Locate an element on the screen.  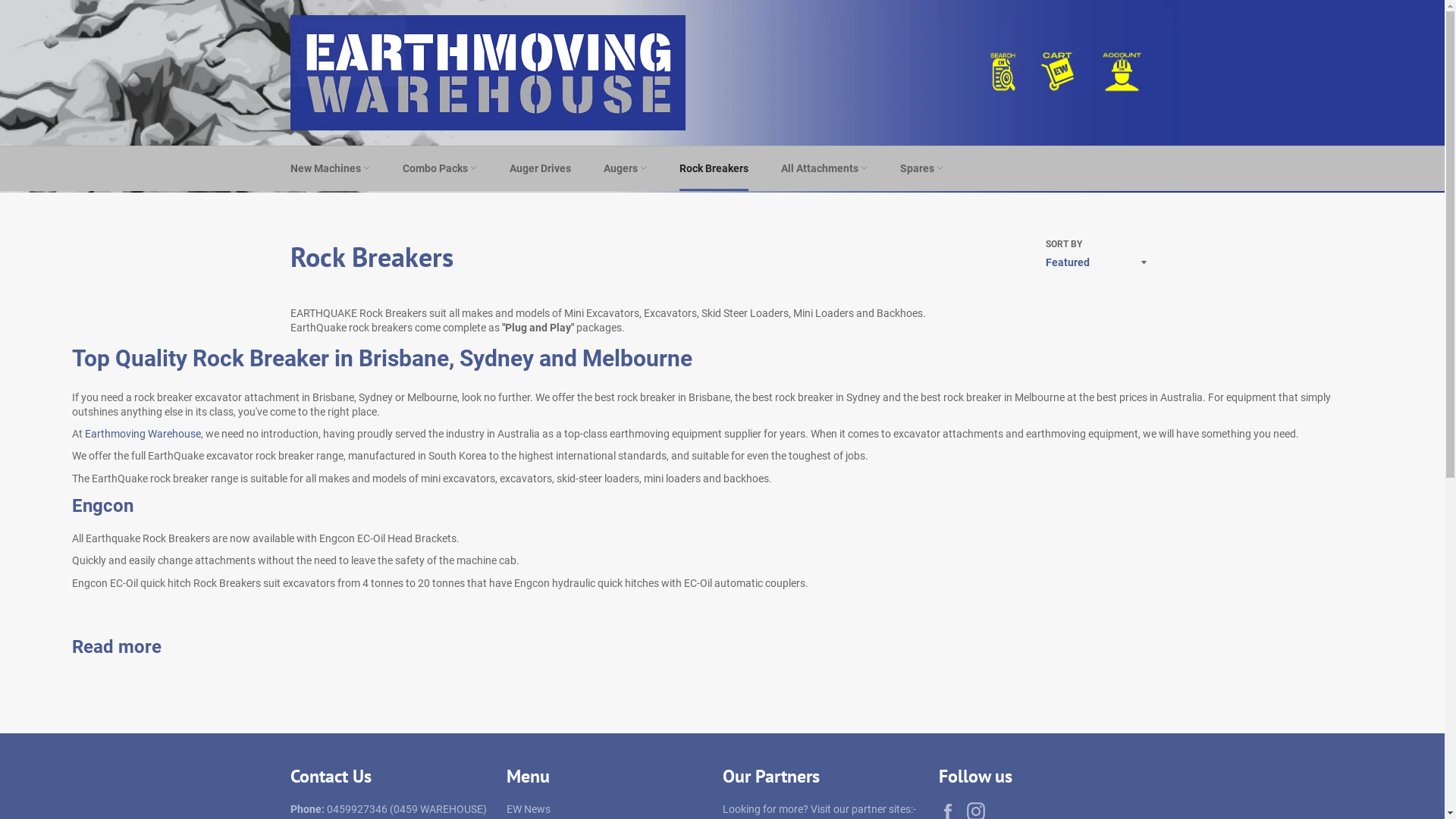
'0459927346 (0459 WAREHOUSE)' is located at coordinates (406, 808).